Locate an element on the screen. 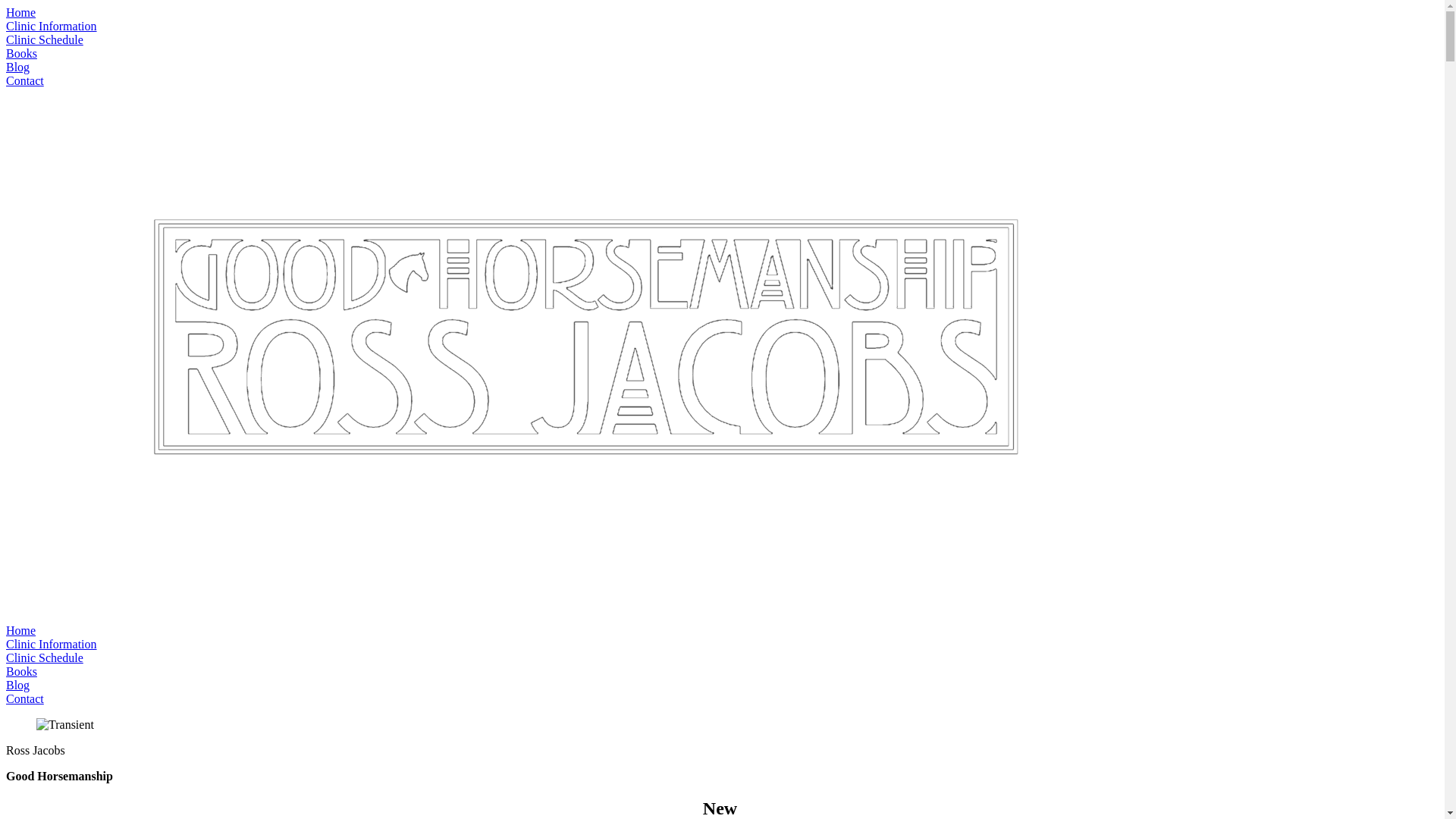  'Home' is located at coordinates (20, 12).